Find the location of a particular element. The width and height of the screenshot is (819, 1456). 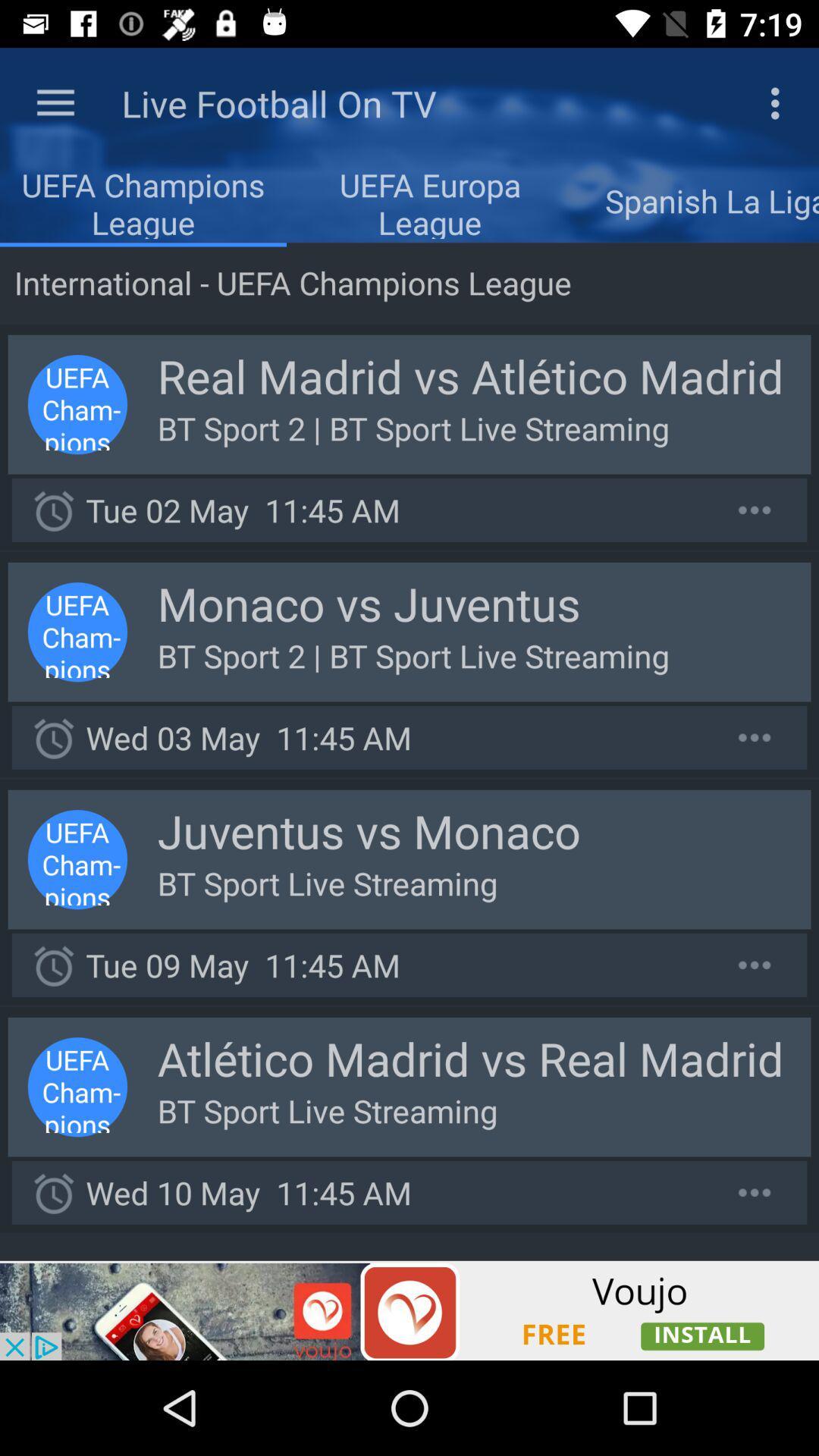

option is located at coordinates (755, 964).